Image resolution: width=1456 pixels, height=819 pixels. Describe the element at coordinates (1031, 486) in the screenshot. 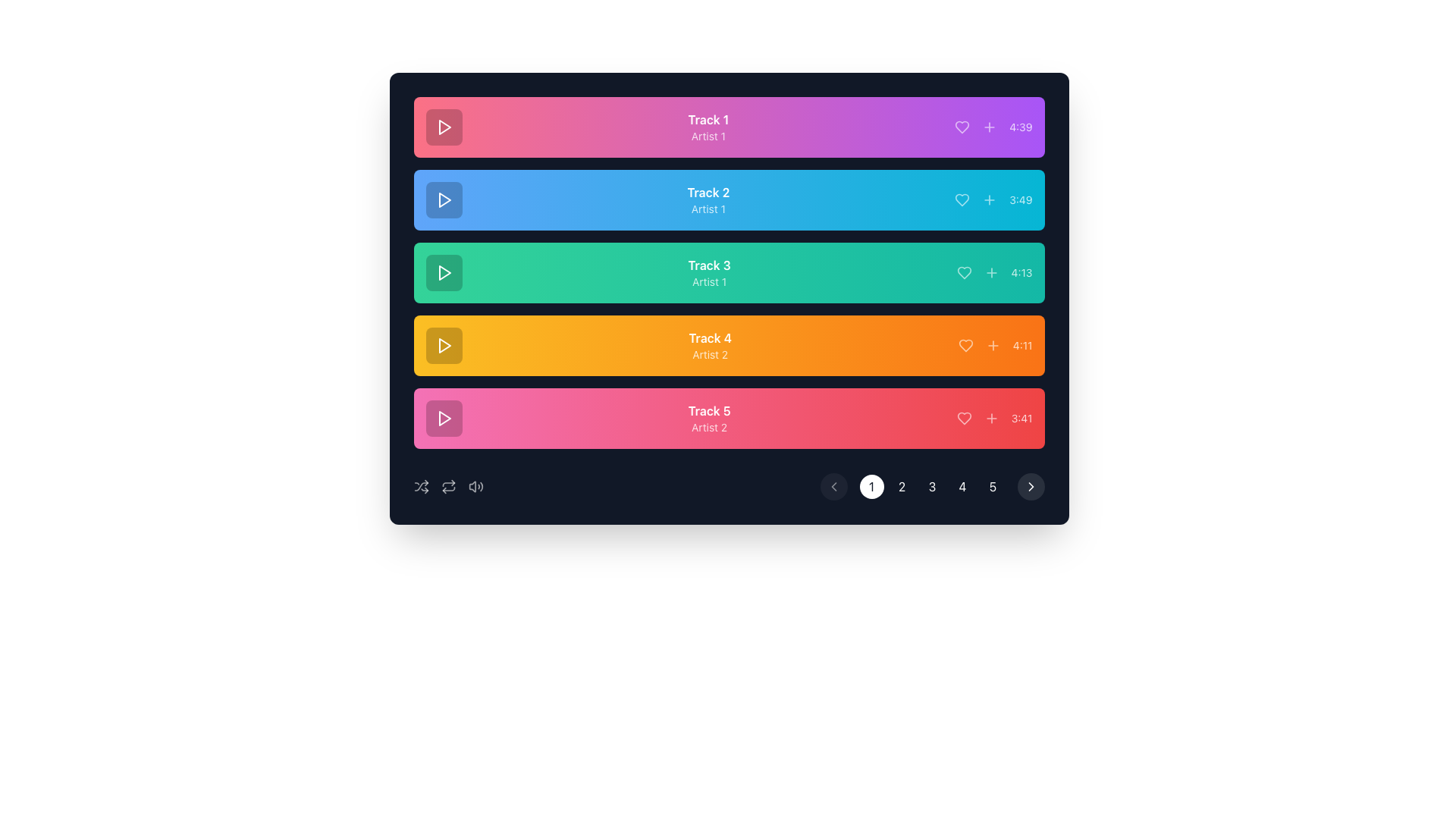

I see `the circular button with a dark background and a right-pointing white chevron` at that location.